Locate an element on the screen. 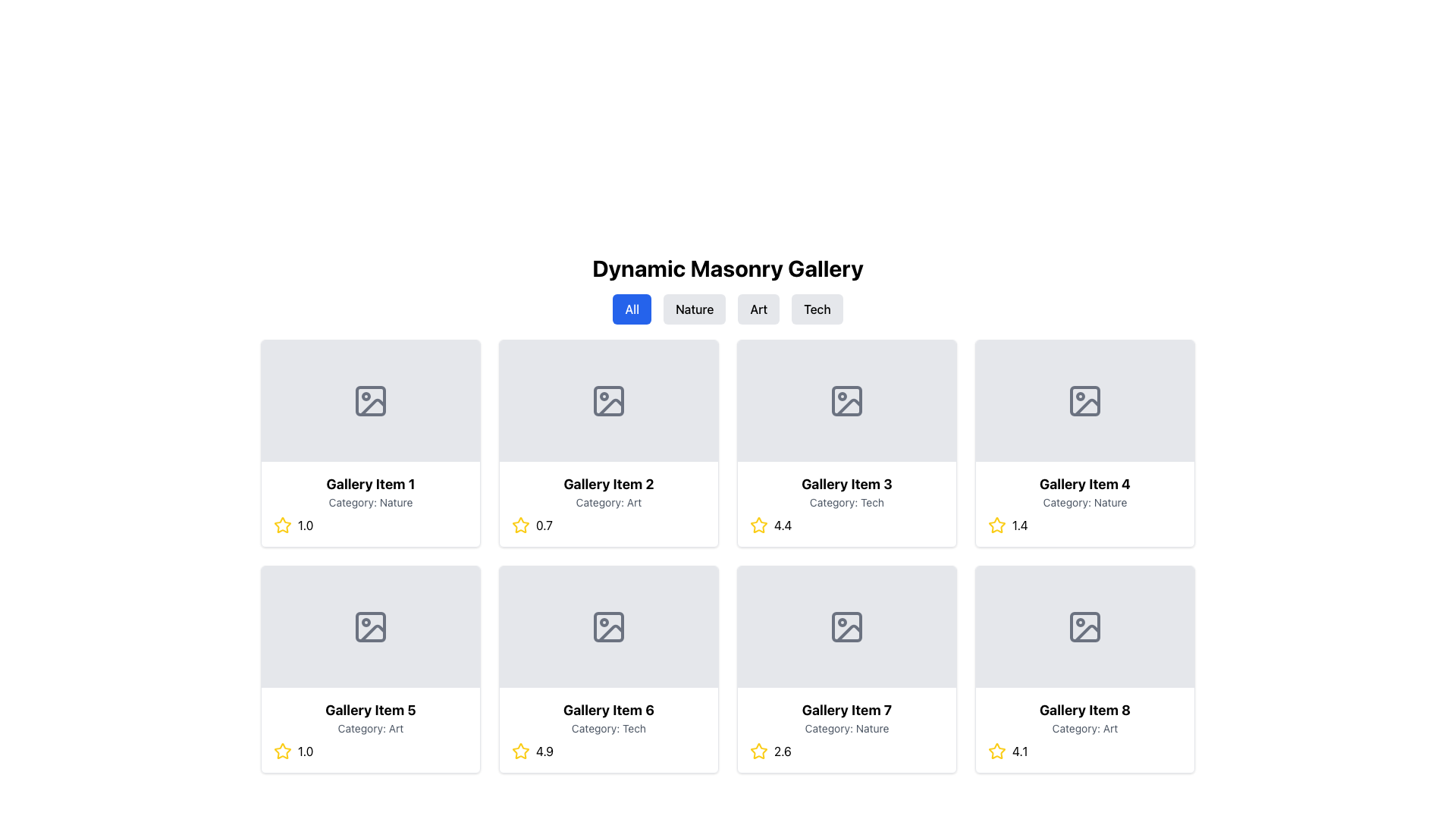 The width and height of the screenshot is (1456, 819). the text label displaying 'Category: Tech' which is positioned below the title 'Gallery Item 6' in the Gallery Item 6 card is located at coordinates (608, 727).